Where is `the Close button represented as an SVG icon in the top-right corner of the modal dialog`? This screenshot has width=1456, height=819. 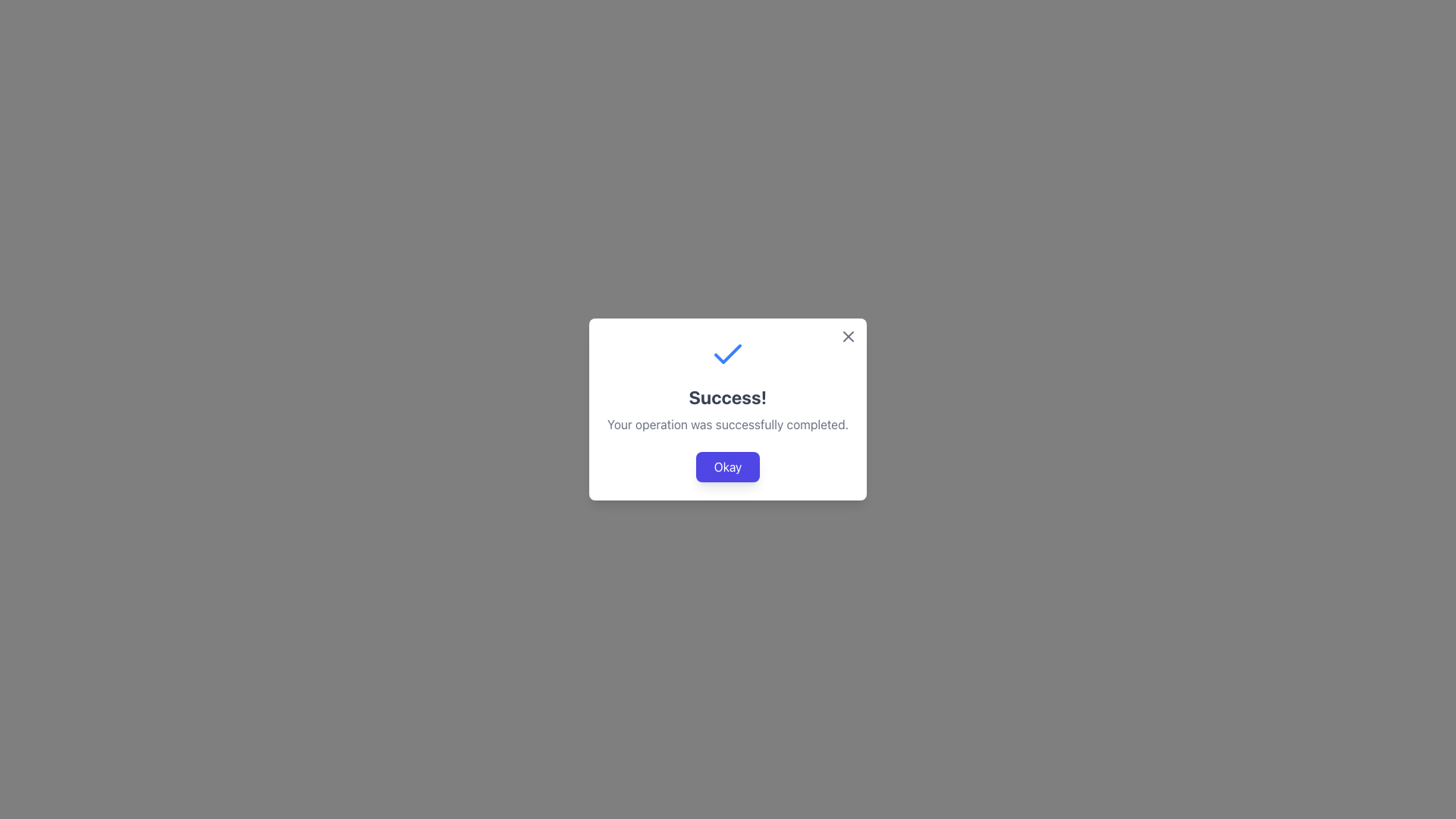 the Close button represented as an SVG icon in the top-right corner of the modal dialog is located at coordinates (847, 335).